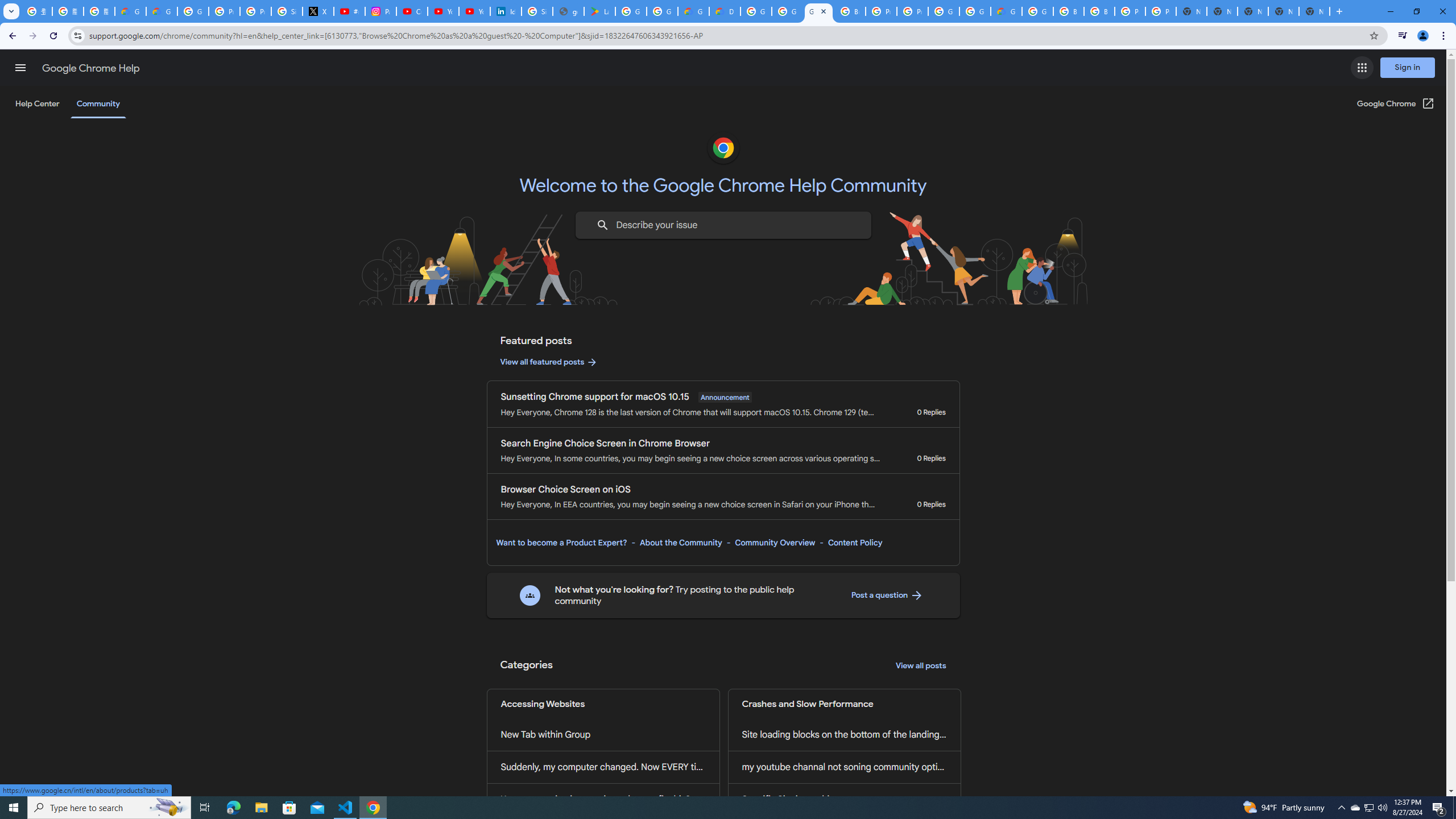 The height and width of the screenshot is (819, 1456). I want to click on 'Community Overview', so click(775, 542).